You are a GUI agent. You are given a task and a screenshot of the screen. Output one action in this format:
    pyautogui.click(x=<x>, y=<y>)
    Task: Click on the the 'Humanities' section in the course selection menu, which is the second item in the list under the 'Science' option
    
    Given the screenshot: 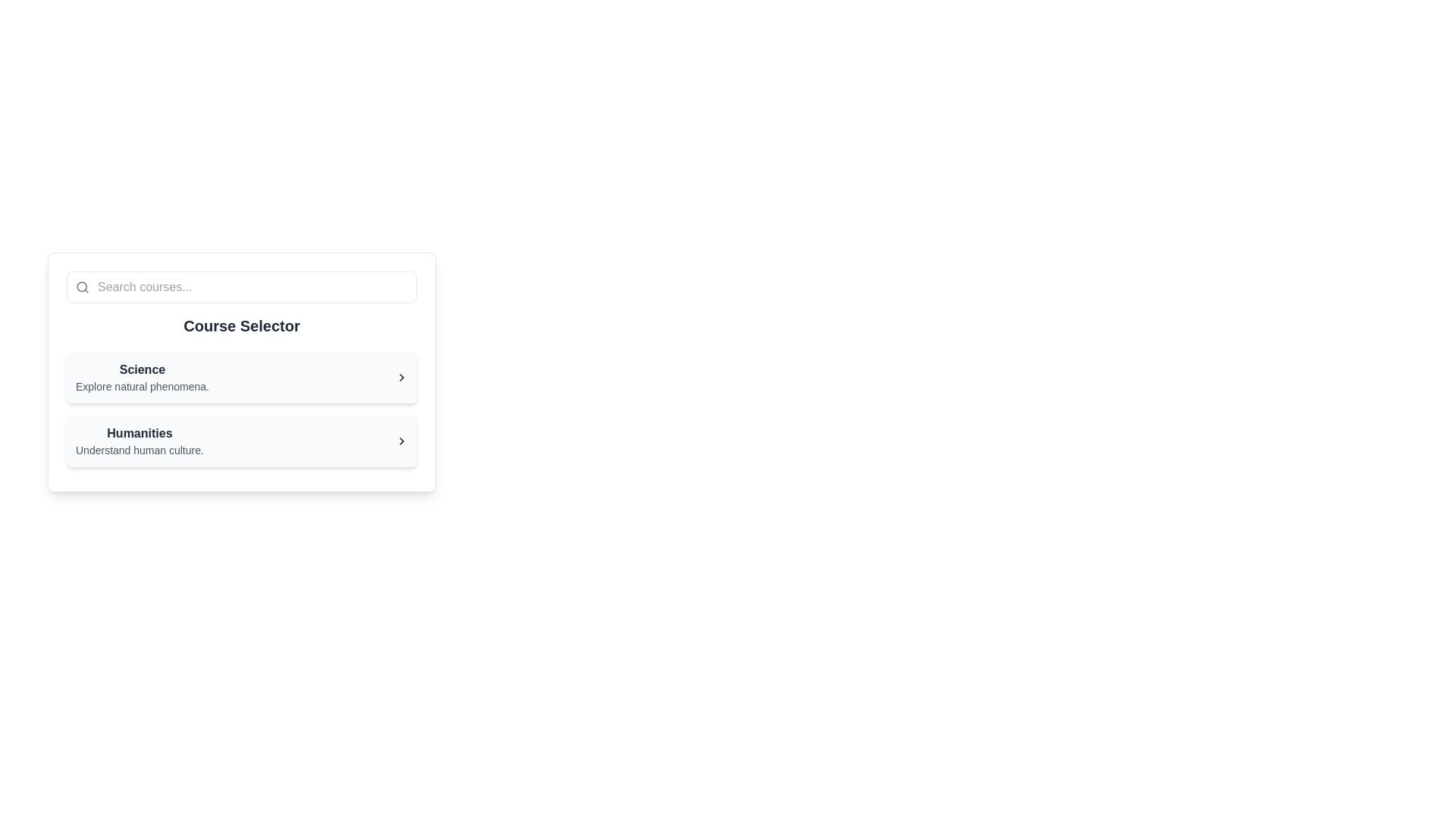 What is the action you would take?
    pyautogui.click(x=240, y=441)
    